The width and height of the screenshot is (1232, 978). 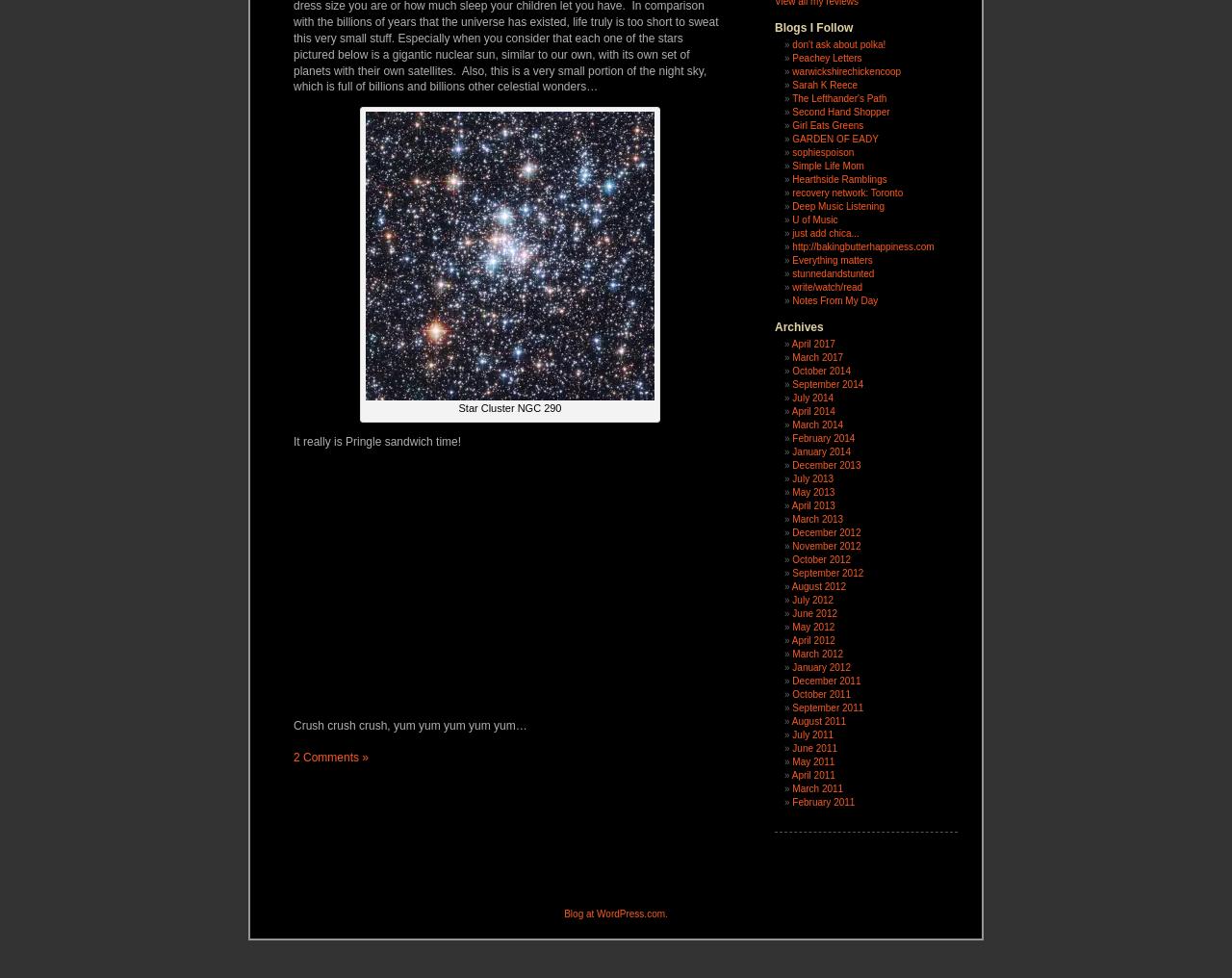 I want to click on 'August 2011', so click(x=818, y=721).